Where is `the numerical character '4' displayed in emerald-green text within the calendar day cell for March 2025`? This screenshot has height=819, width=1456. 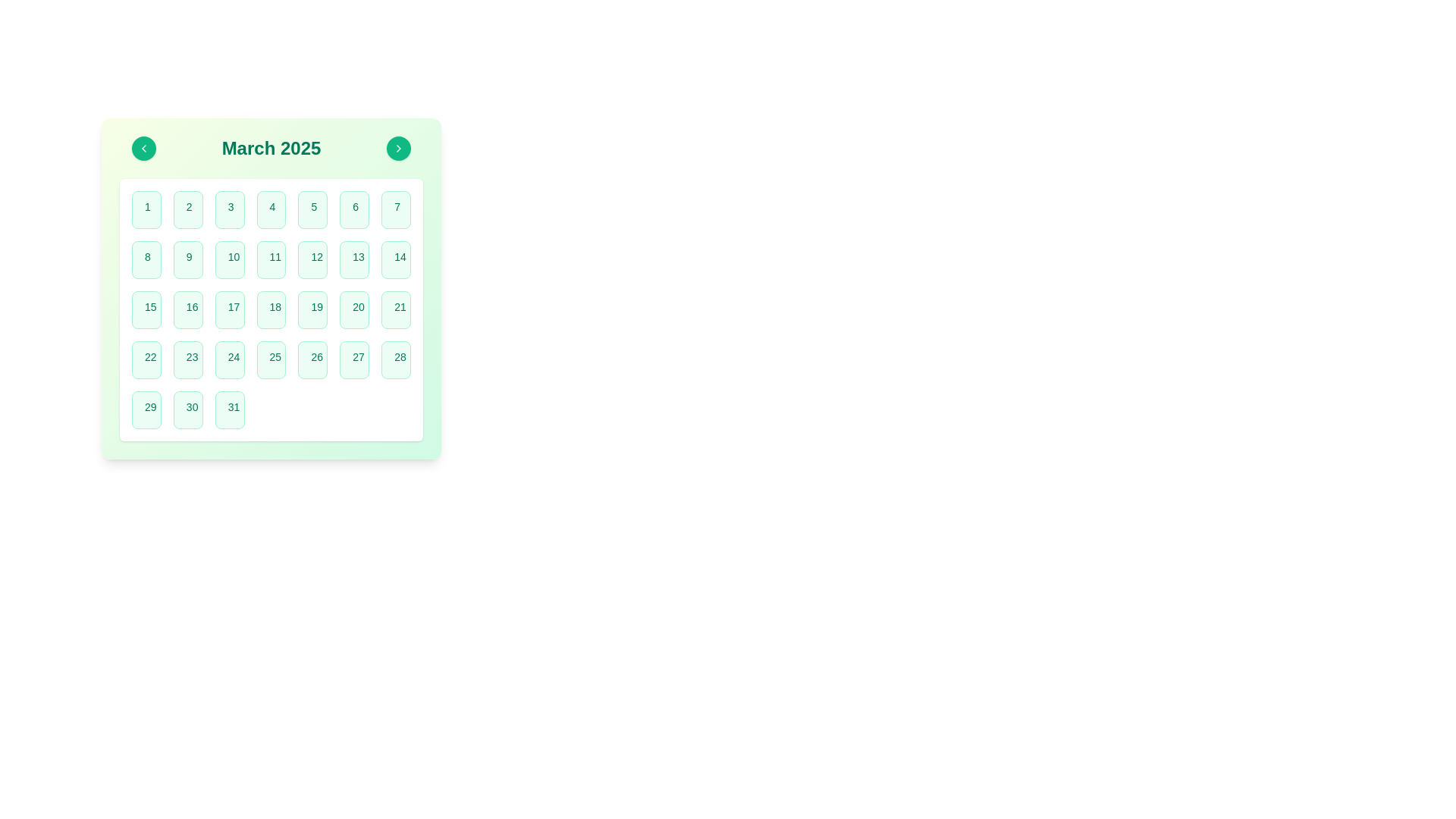
the numerical character '4' displayed in emerald-green text within the calendar day cell for March 2025 is located at coordinates (272, 207).